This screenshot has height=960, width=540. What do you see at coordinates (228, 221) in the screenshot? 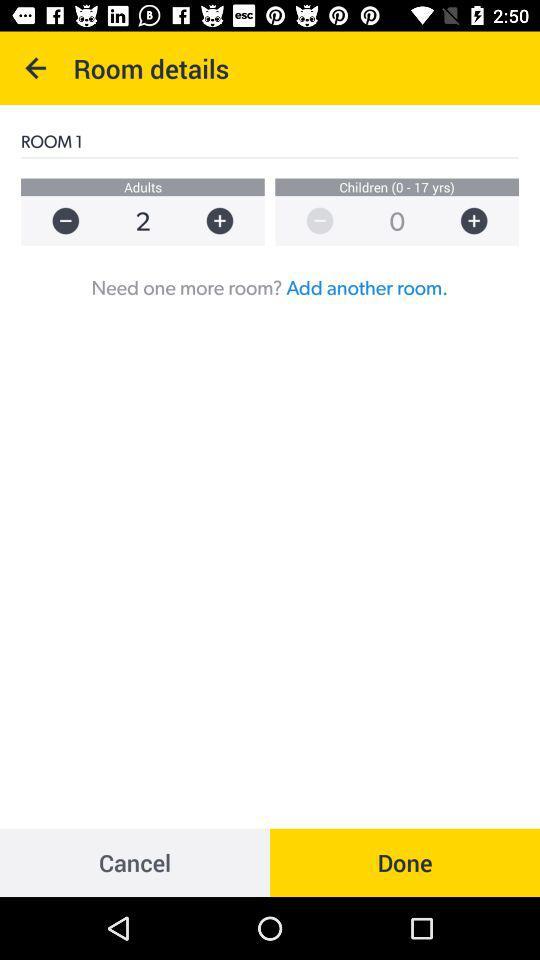
I see `plus 1` at bounding box center [228, 221].